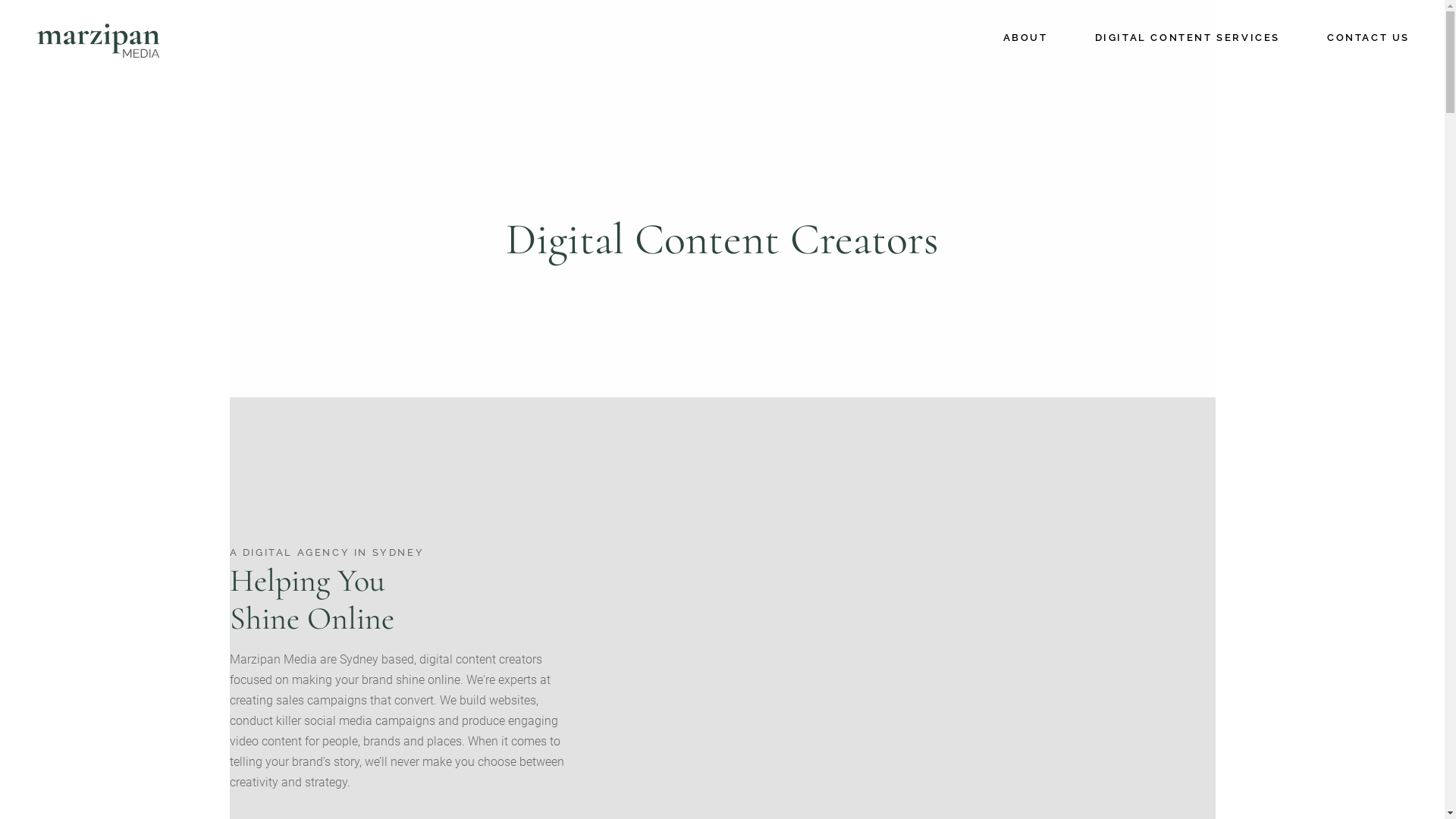  I want to click on 'ABOUT', so click(1025, 37).